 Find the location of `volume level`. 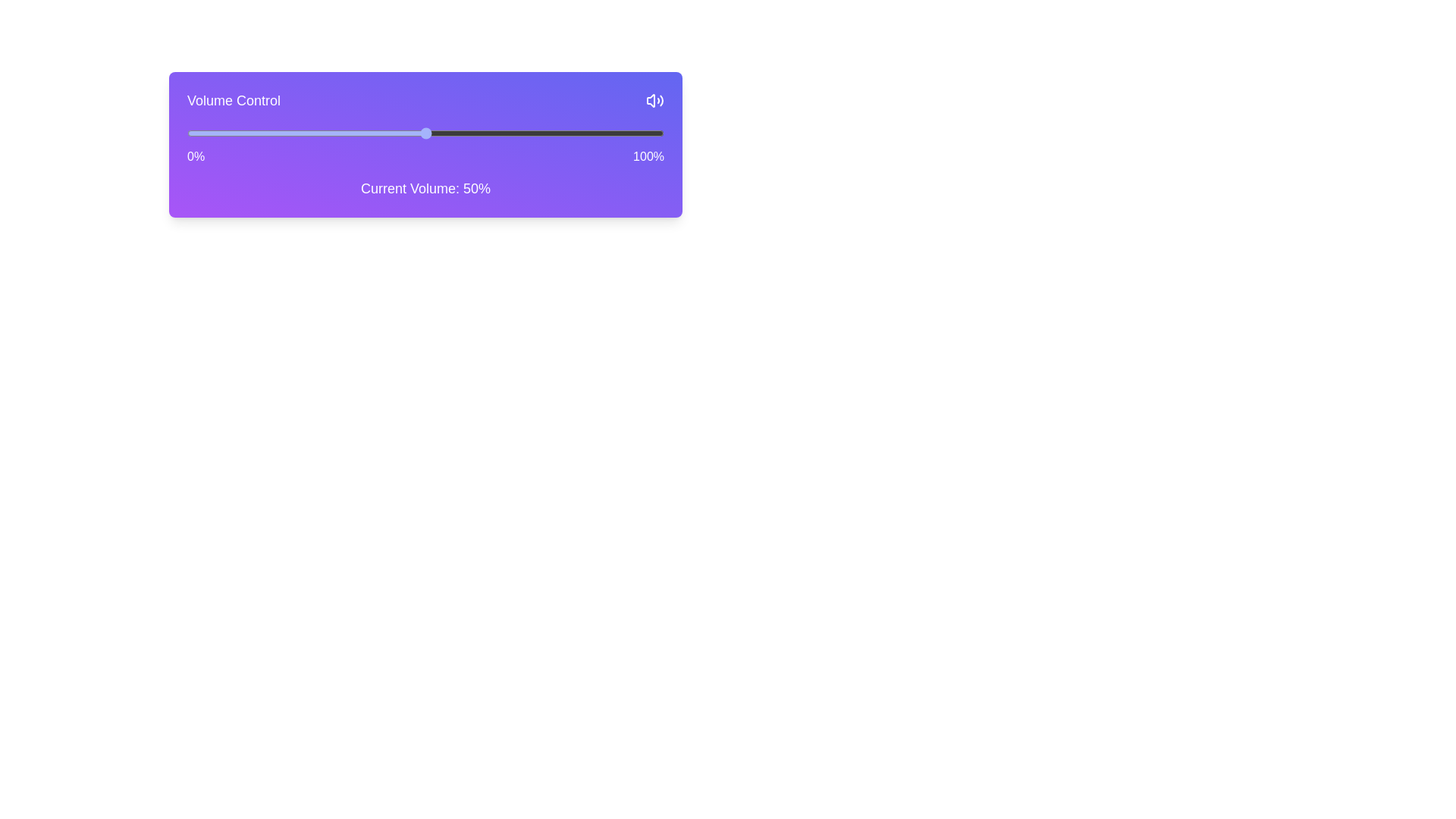

volume level is located at coordinates (577, 133).